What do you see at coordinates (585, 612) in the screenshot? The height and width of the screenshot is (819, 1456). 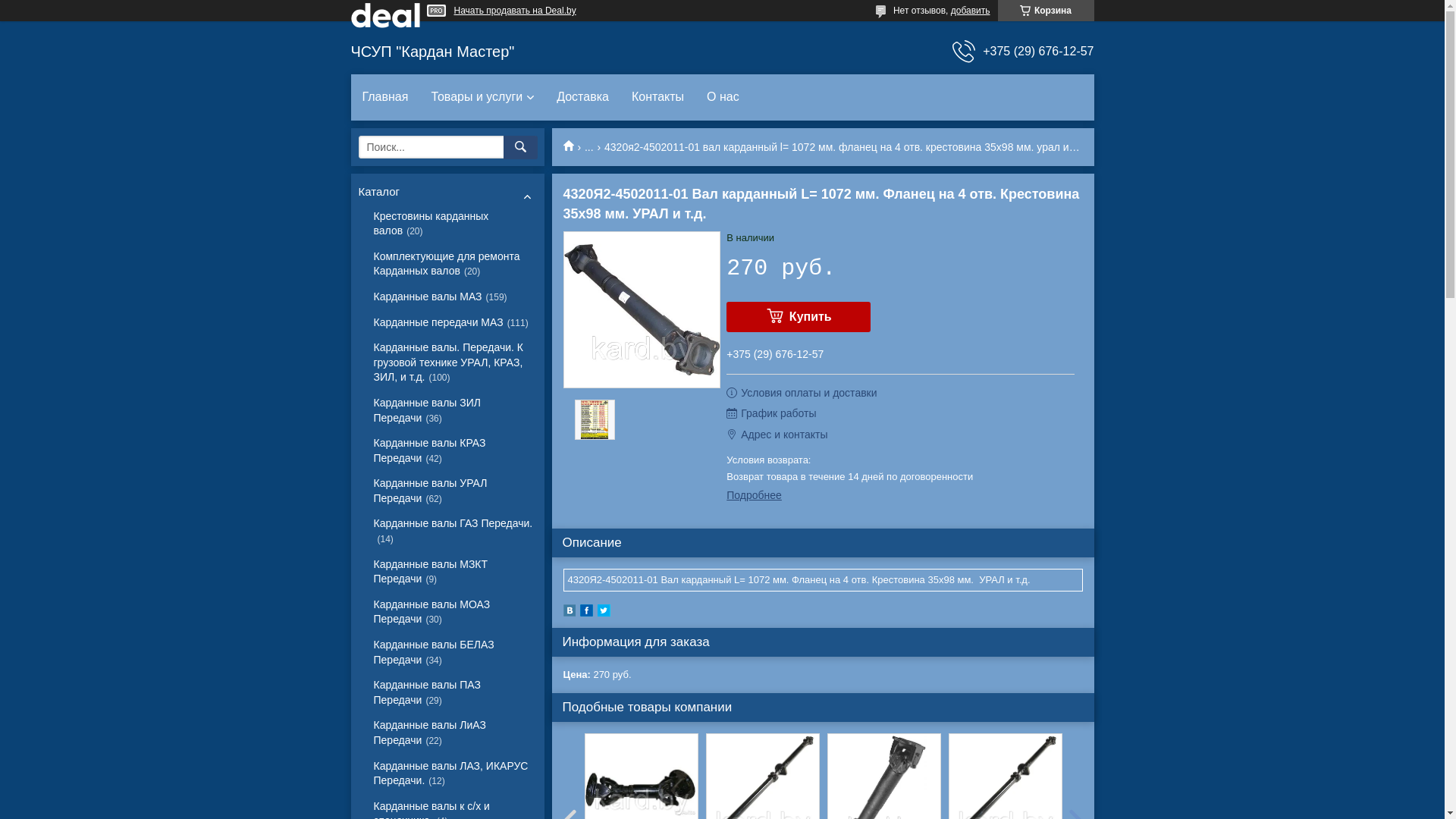 I see `'facebook'` at bounding box center [585, 612].